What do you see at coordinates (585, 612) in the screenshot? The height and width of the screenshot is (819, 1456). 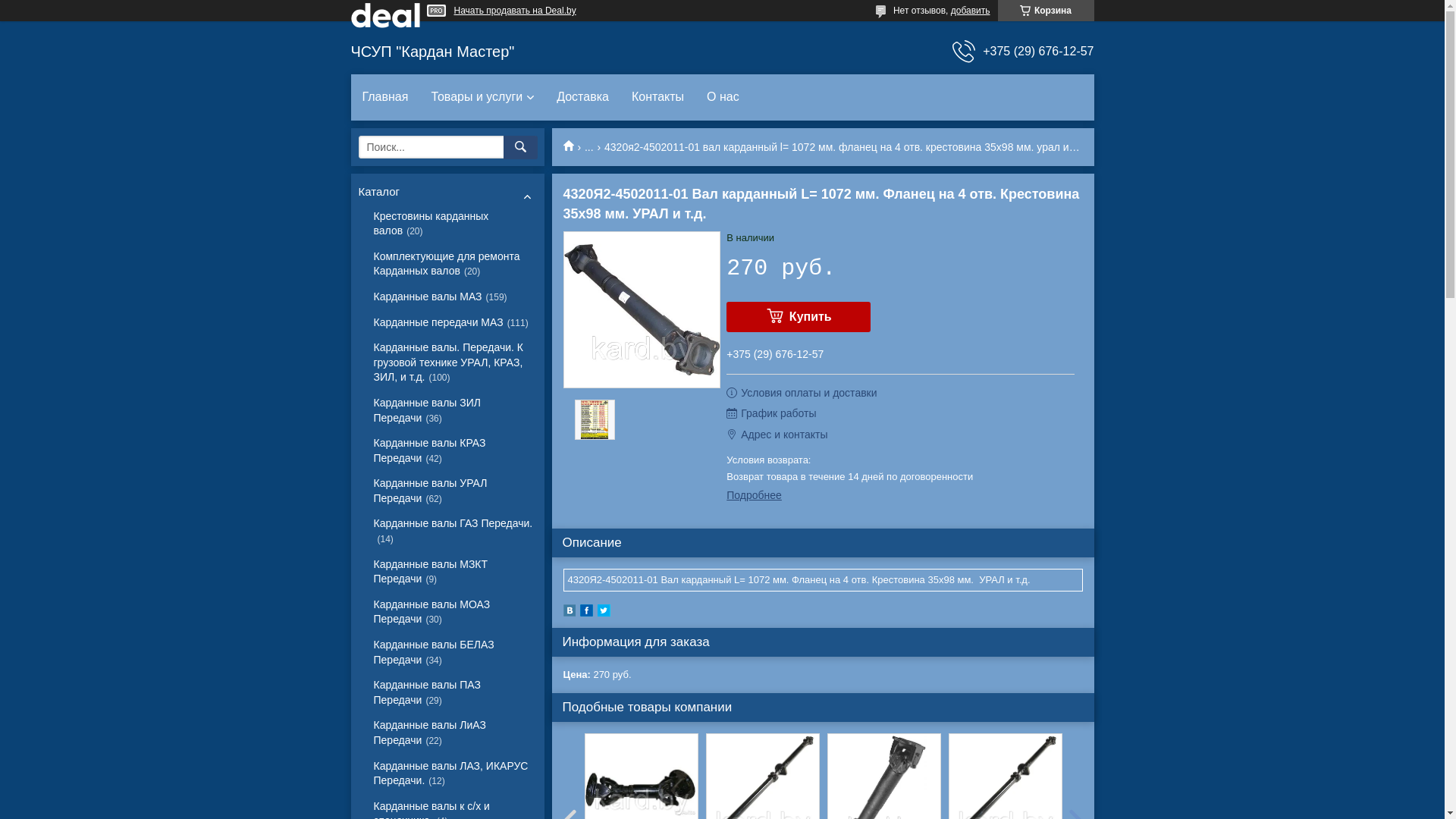 I see `'facebook'` at bounding box center [585, 612].